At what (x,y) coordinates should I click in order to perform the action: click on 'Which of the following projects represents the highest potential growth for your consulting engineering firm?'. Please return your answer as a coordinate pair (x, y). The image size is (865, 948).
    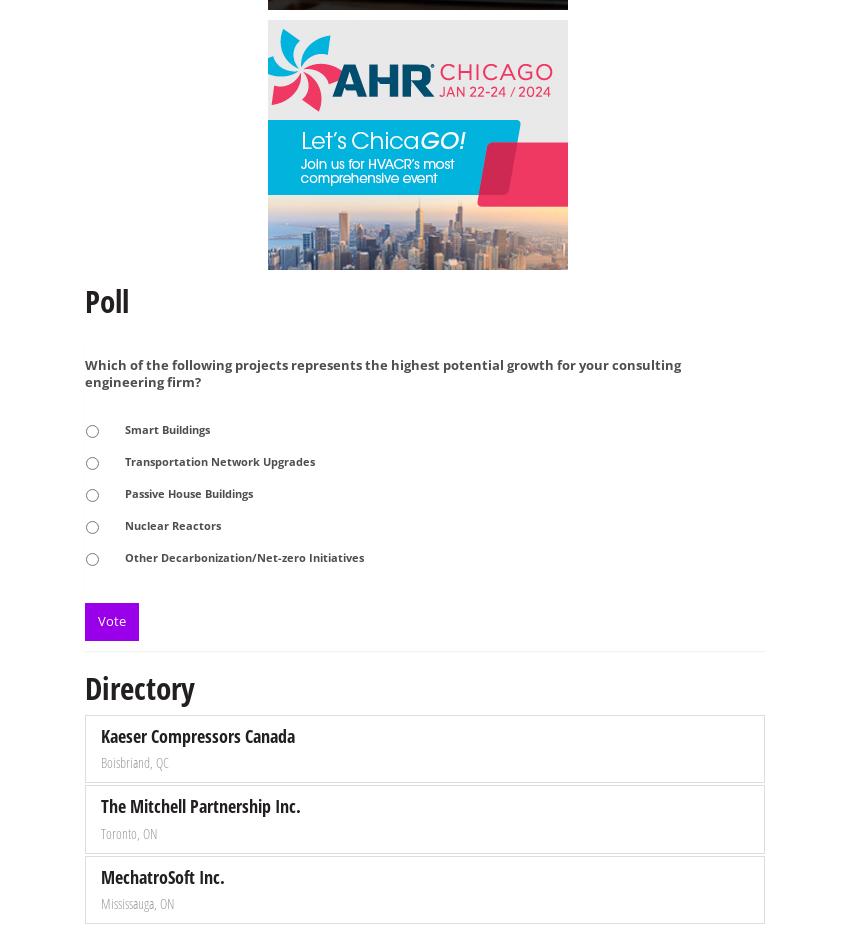
    Looking at the image, I should click on (383, 372).